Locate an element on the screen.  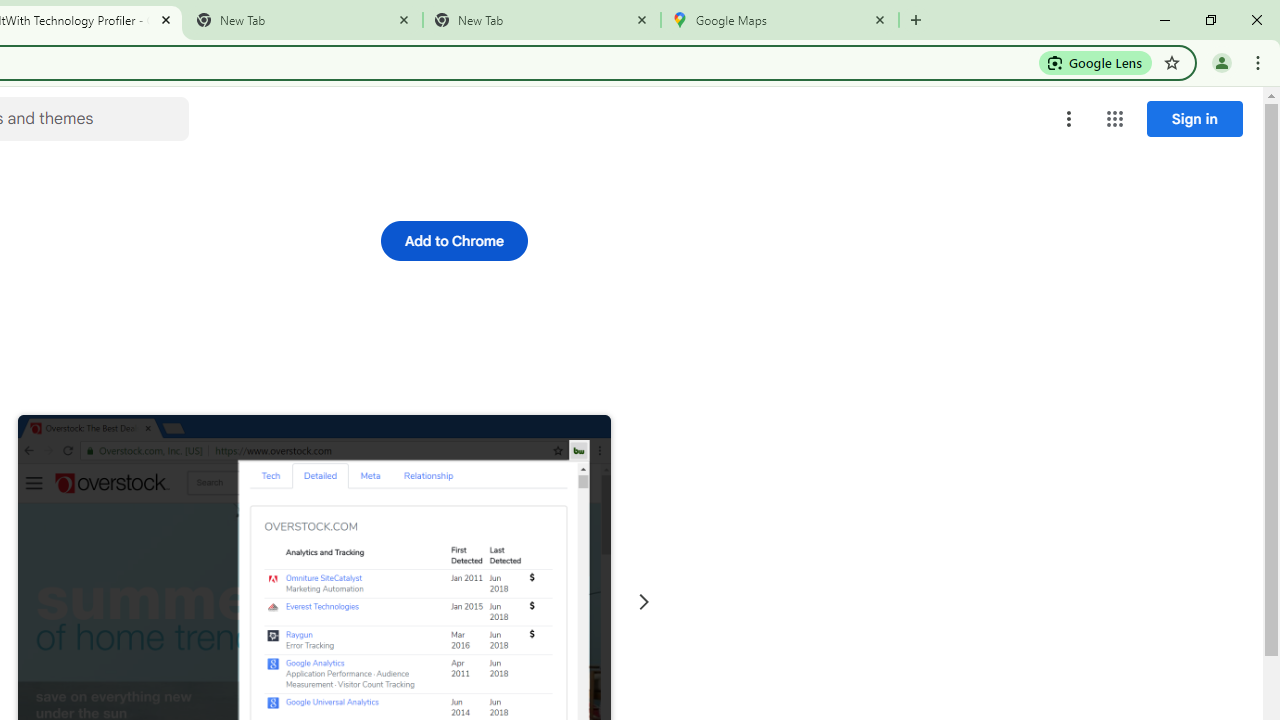
'Next slide' is located at coordinates (643, 601).